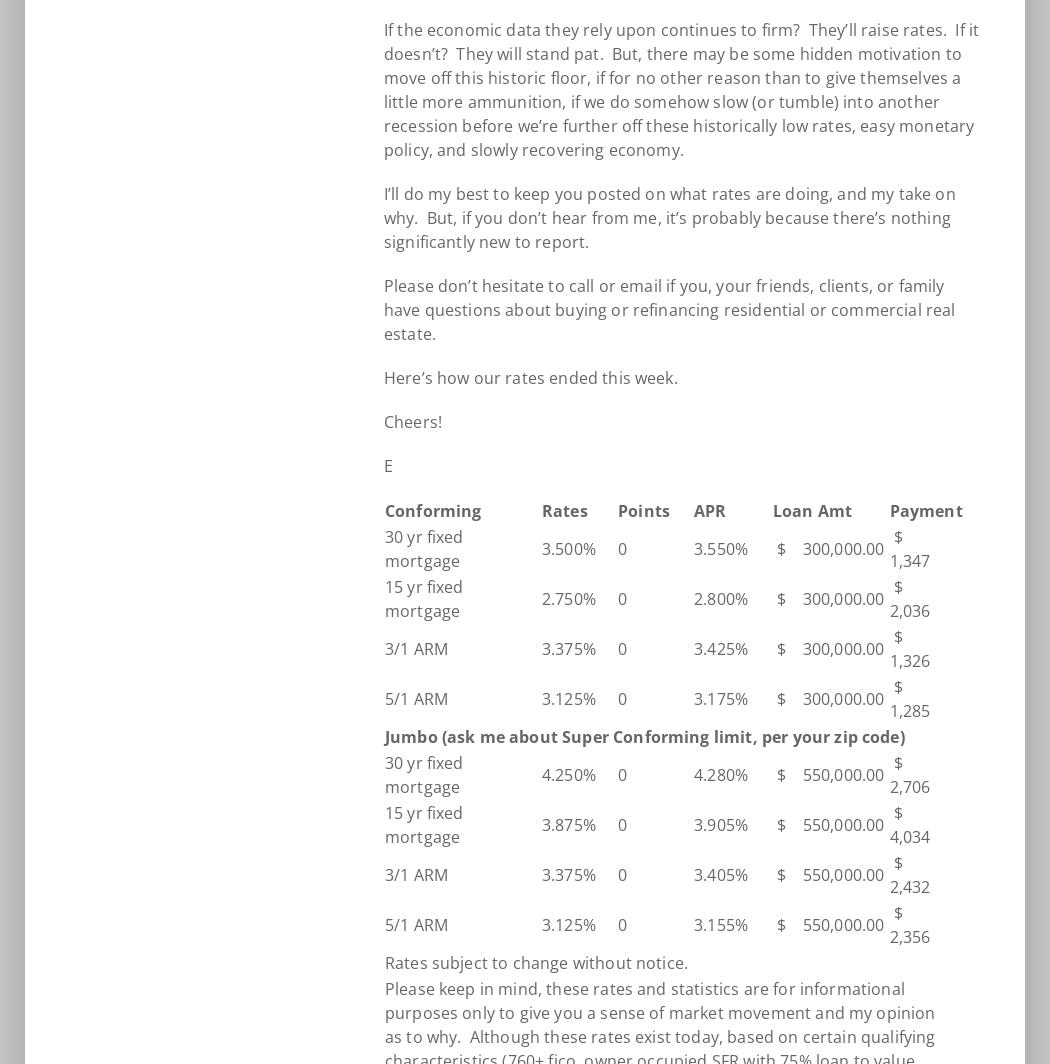 The height and width of the screenshot is (1064, 1050). What do you see at coordinates (914, 825) in the screenshot?
I see `'$          4,034'` at bounding box center [914, 825].